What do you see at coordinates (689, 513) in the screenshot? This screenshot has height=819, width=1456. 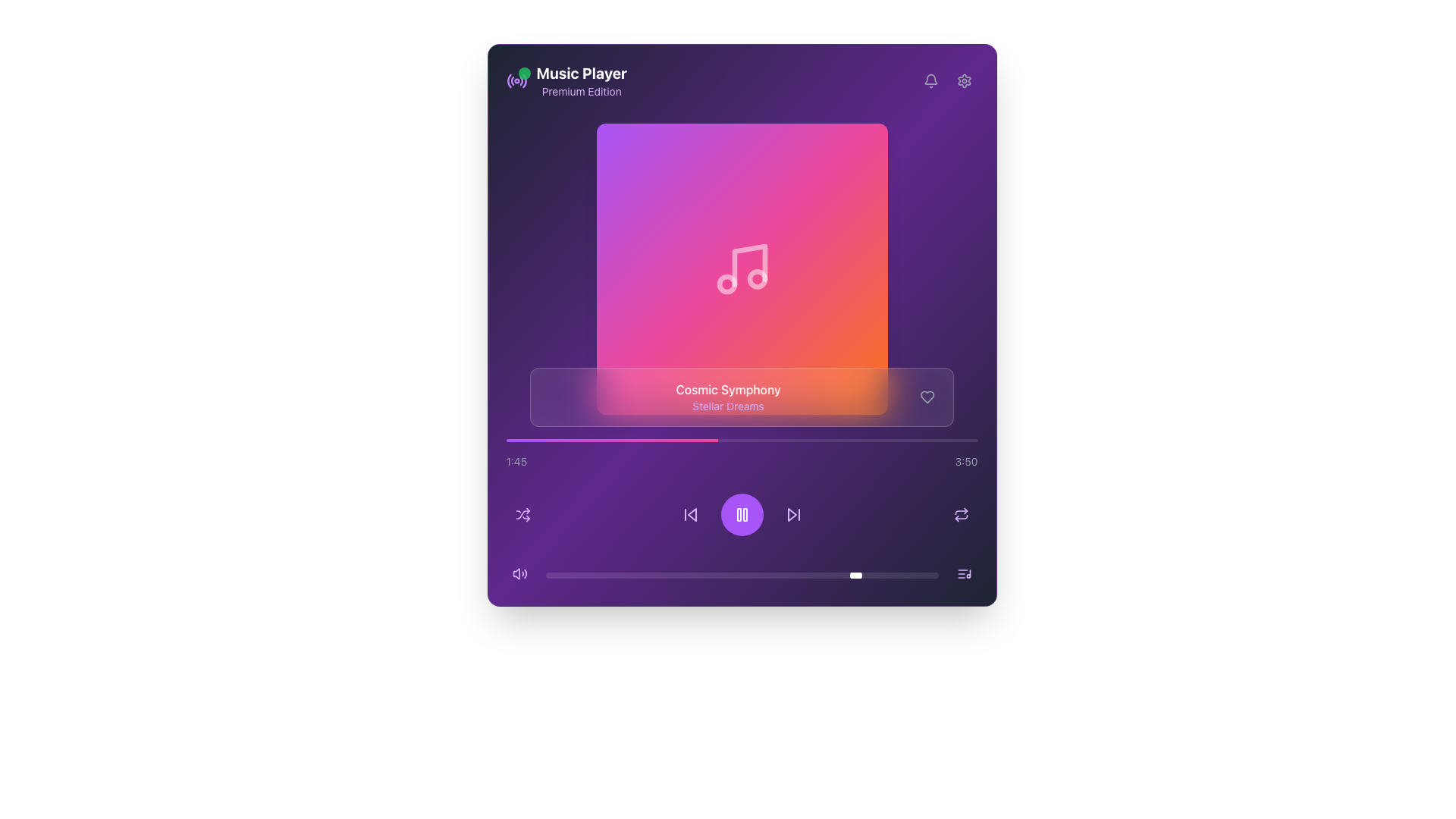 I see `the previous track button located within the media control section of the music player interface for keyboard interaction` at bounding box center [689, 513].